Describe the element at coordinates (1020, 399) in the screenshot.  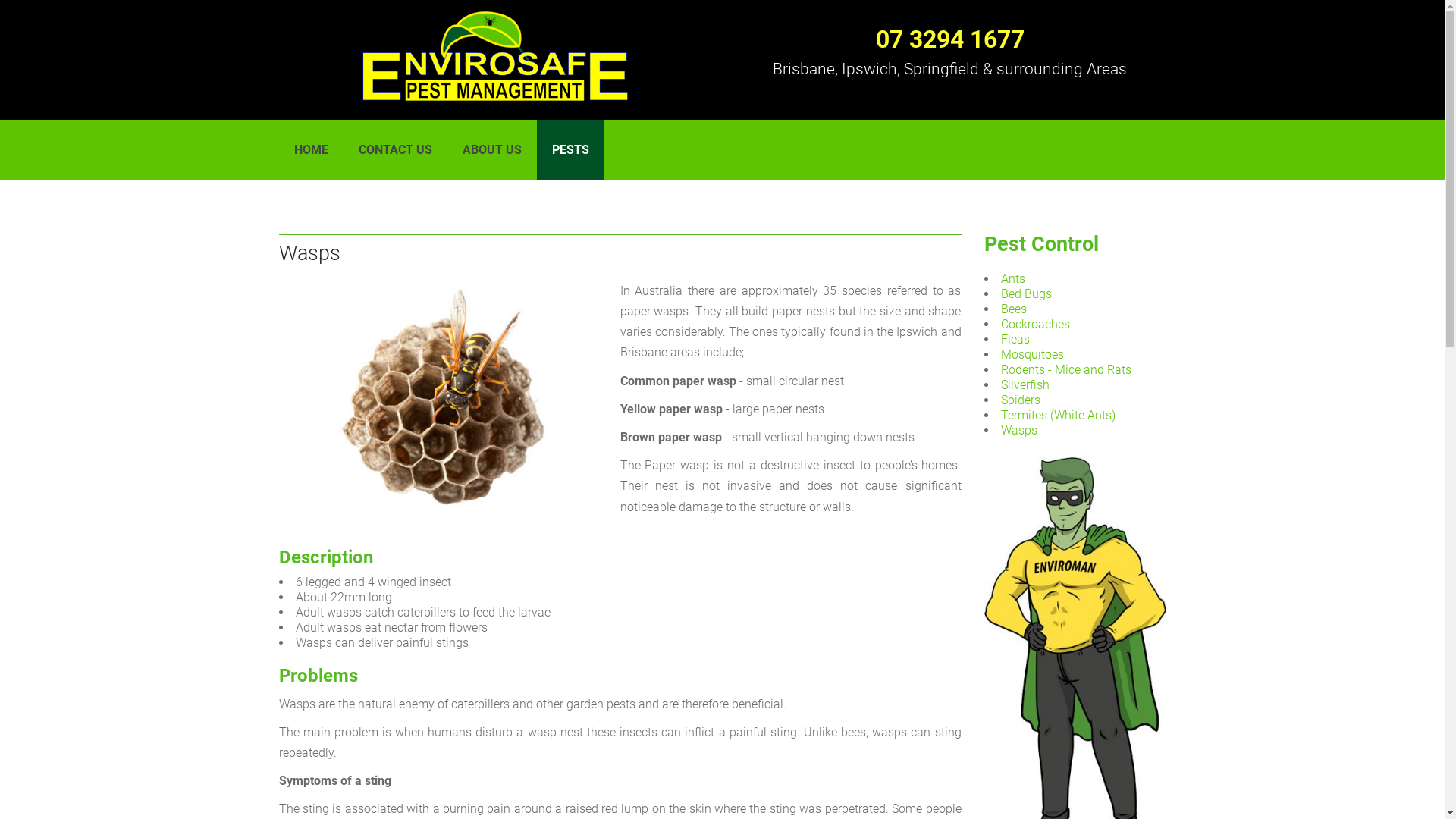
I see `'Spiders'` at that location.